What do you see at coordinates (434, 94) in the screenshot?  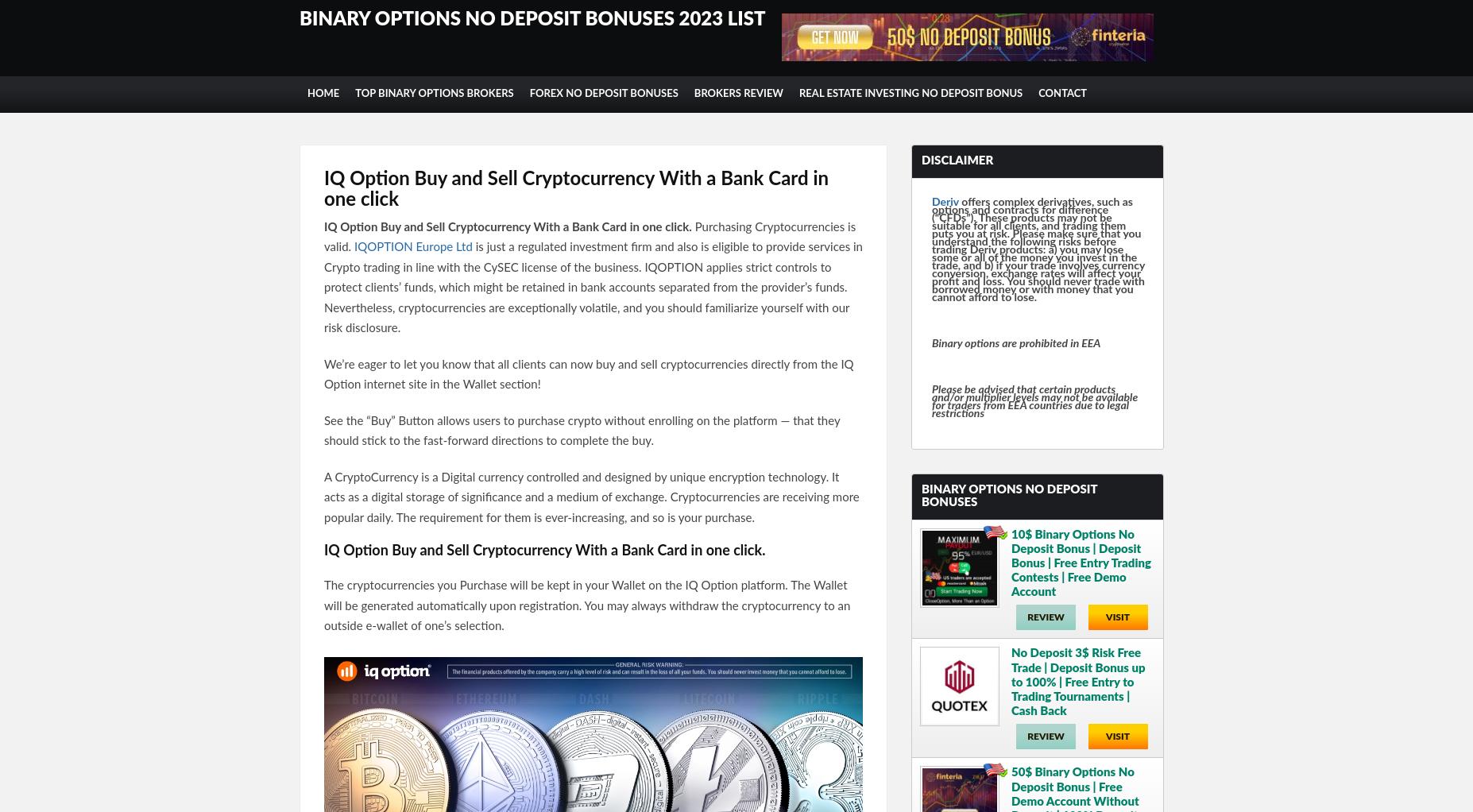 I see `'Top Binary Options Brokers'` at bounding box center [434, 94].